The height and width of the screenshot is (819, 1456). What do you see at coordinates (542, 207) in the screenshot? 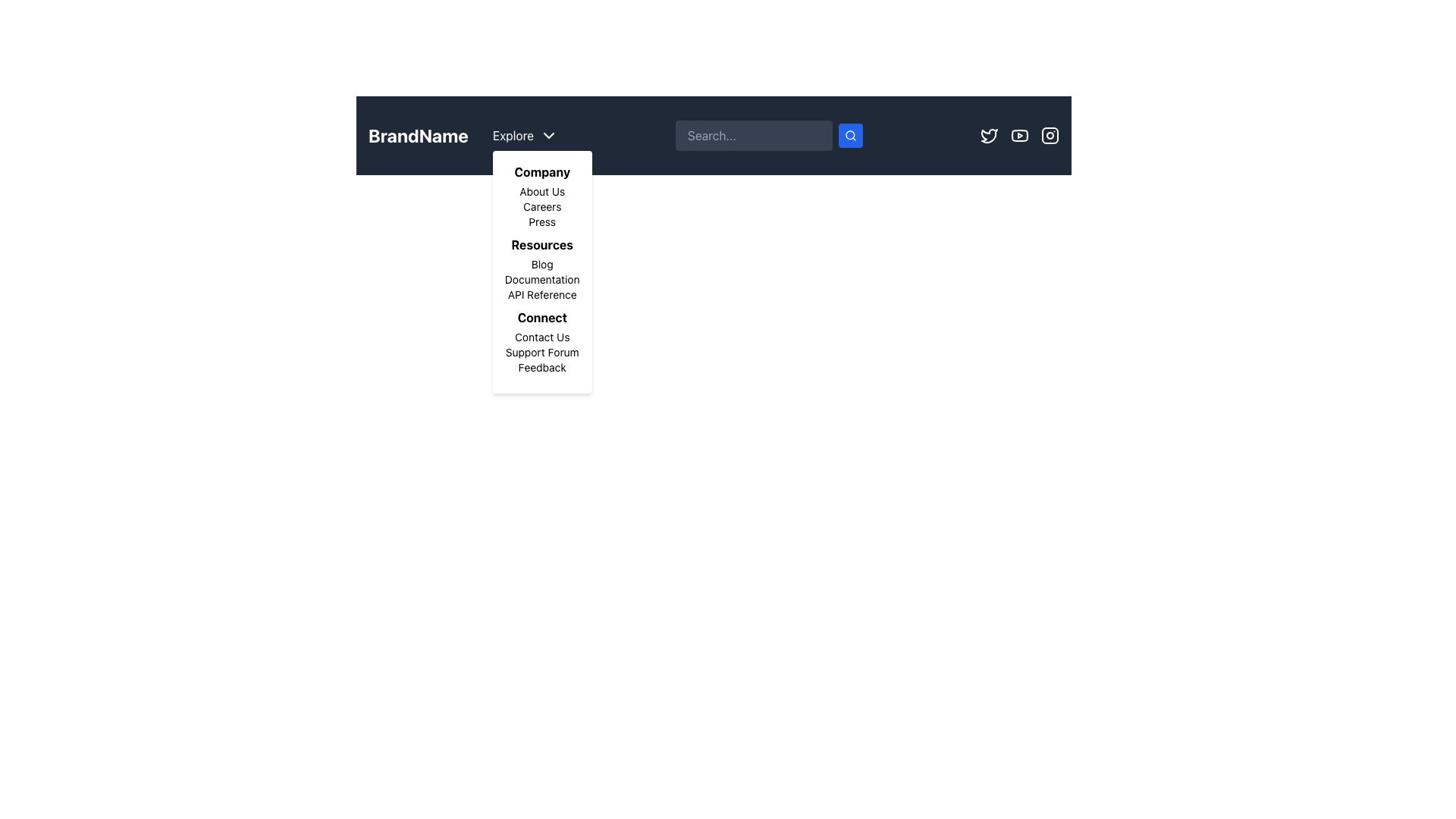
I see `the 'Careers' navigation link in the dropdown menu` at bounding box center [542, 207].